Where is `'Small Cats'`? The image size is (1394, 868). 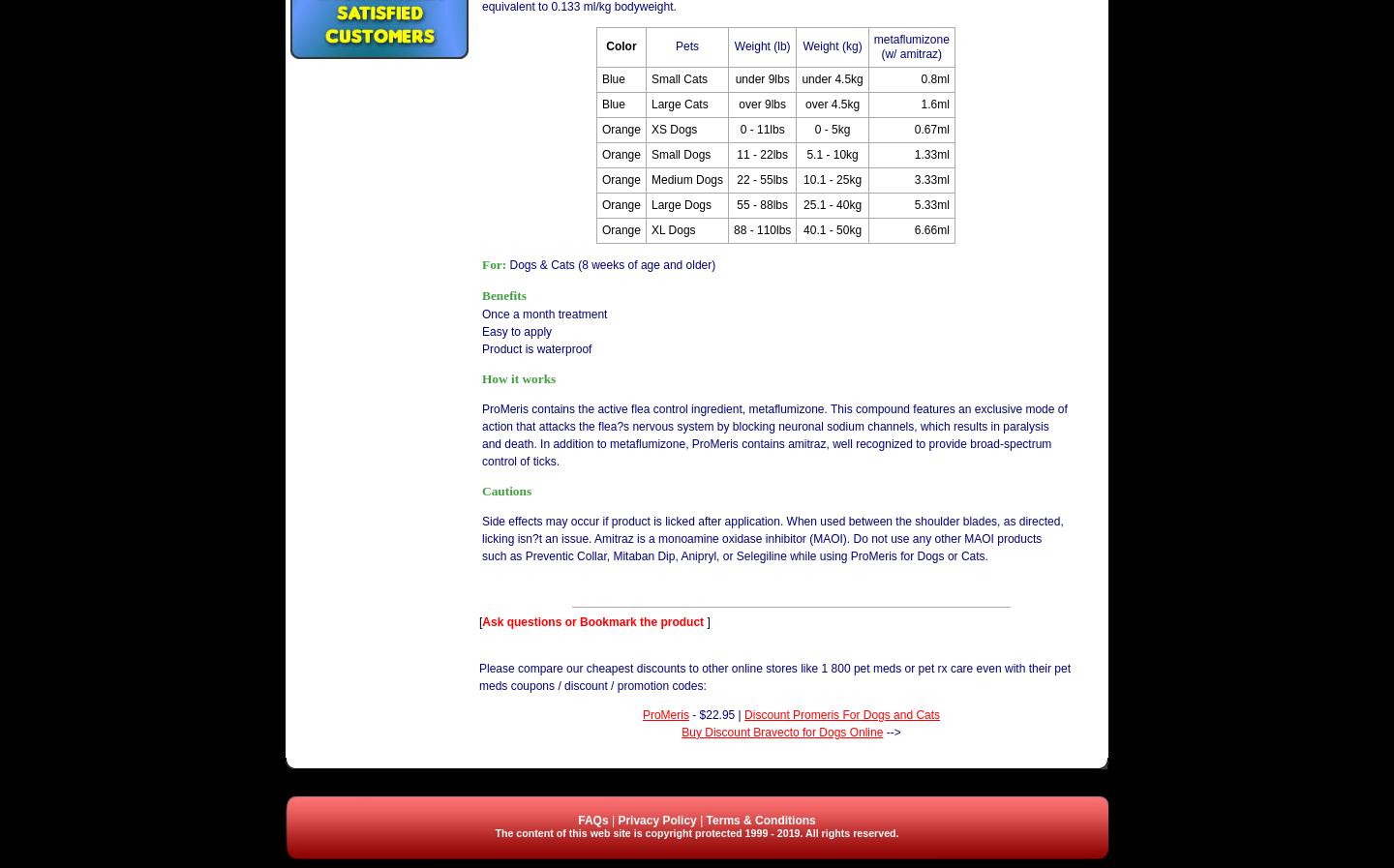
'Small Cats' is located at coordinates (678, 76).